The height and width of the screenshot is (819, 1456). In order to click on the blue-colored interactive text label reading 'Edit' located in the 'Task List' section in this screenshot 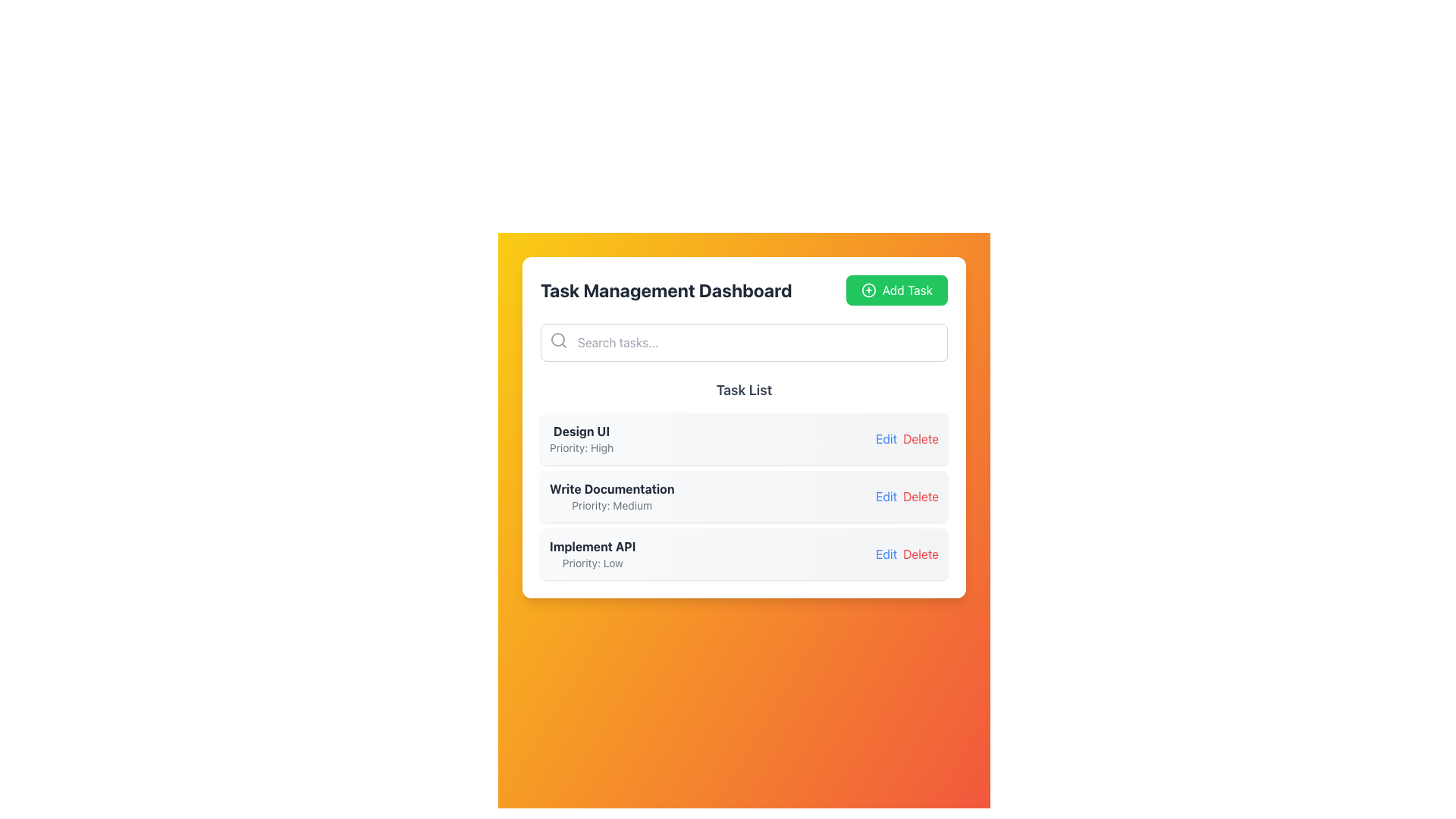, I will do `click(886, 497)`.